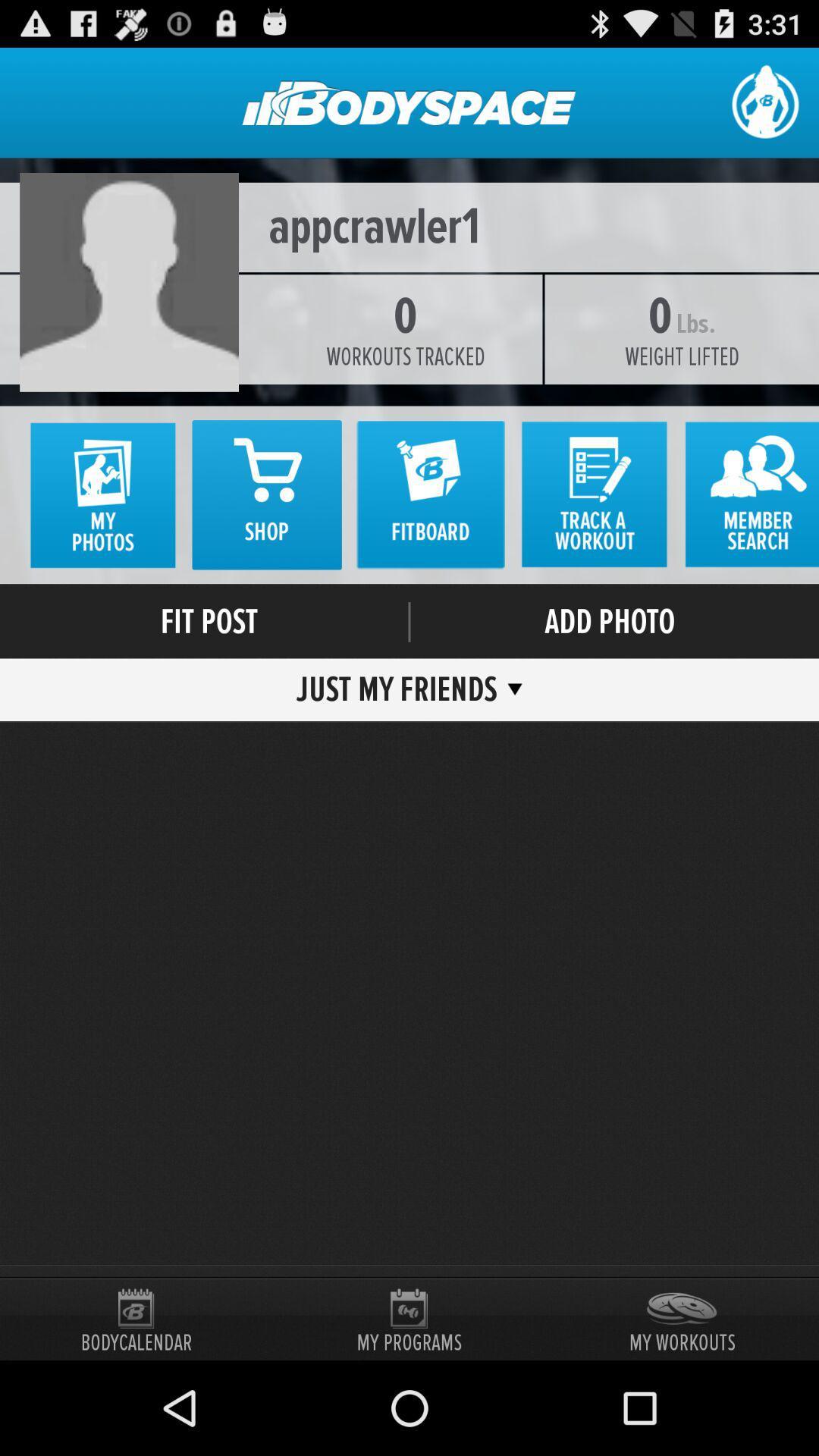  I want to click on the lbs. icon, so click(695, 323).